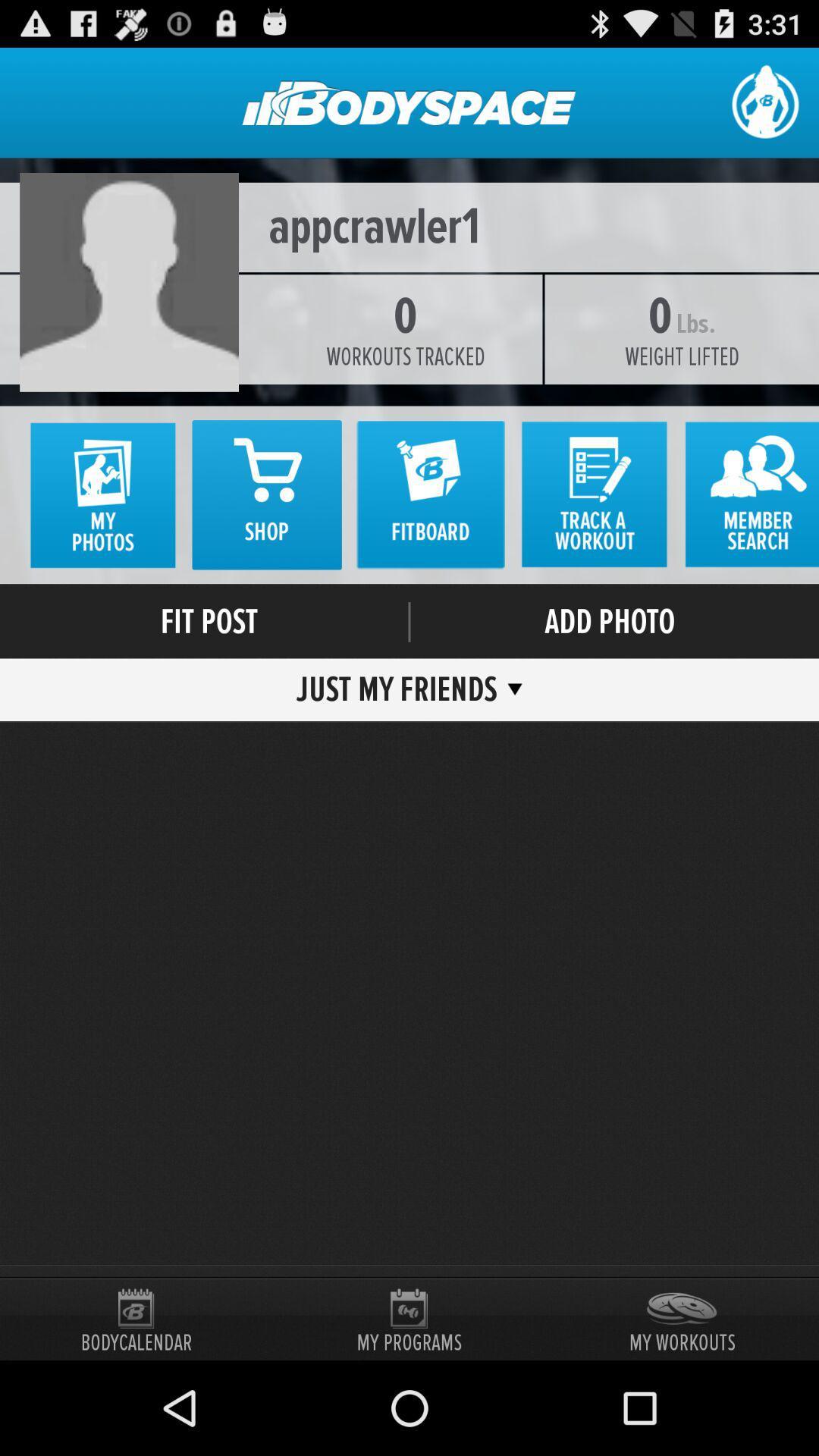  I want to click on the lbs. icon, so click(695, 323).